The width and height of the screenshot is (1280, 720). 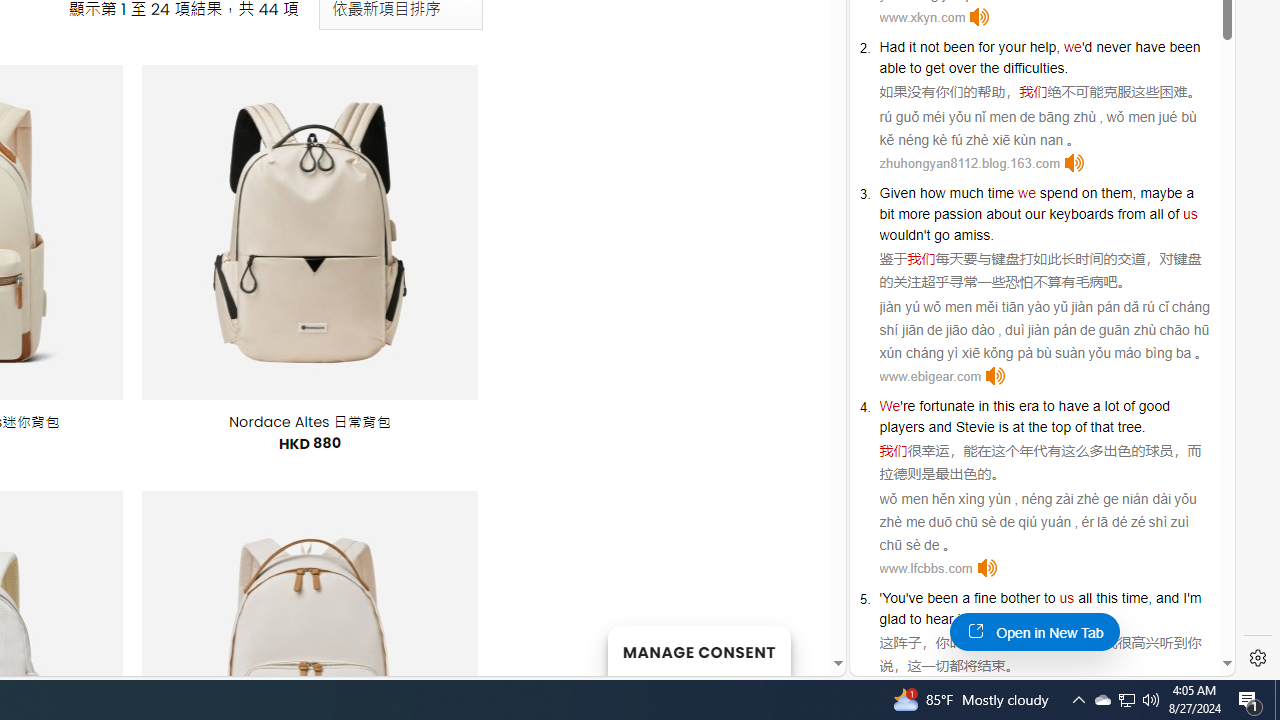 I want to click on 'we', so click(x=1026, y=192).